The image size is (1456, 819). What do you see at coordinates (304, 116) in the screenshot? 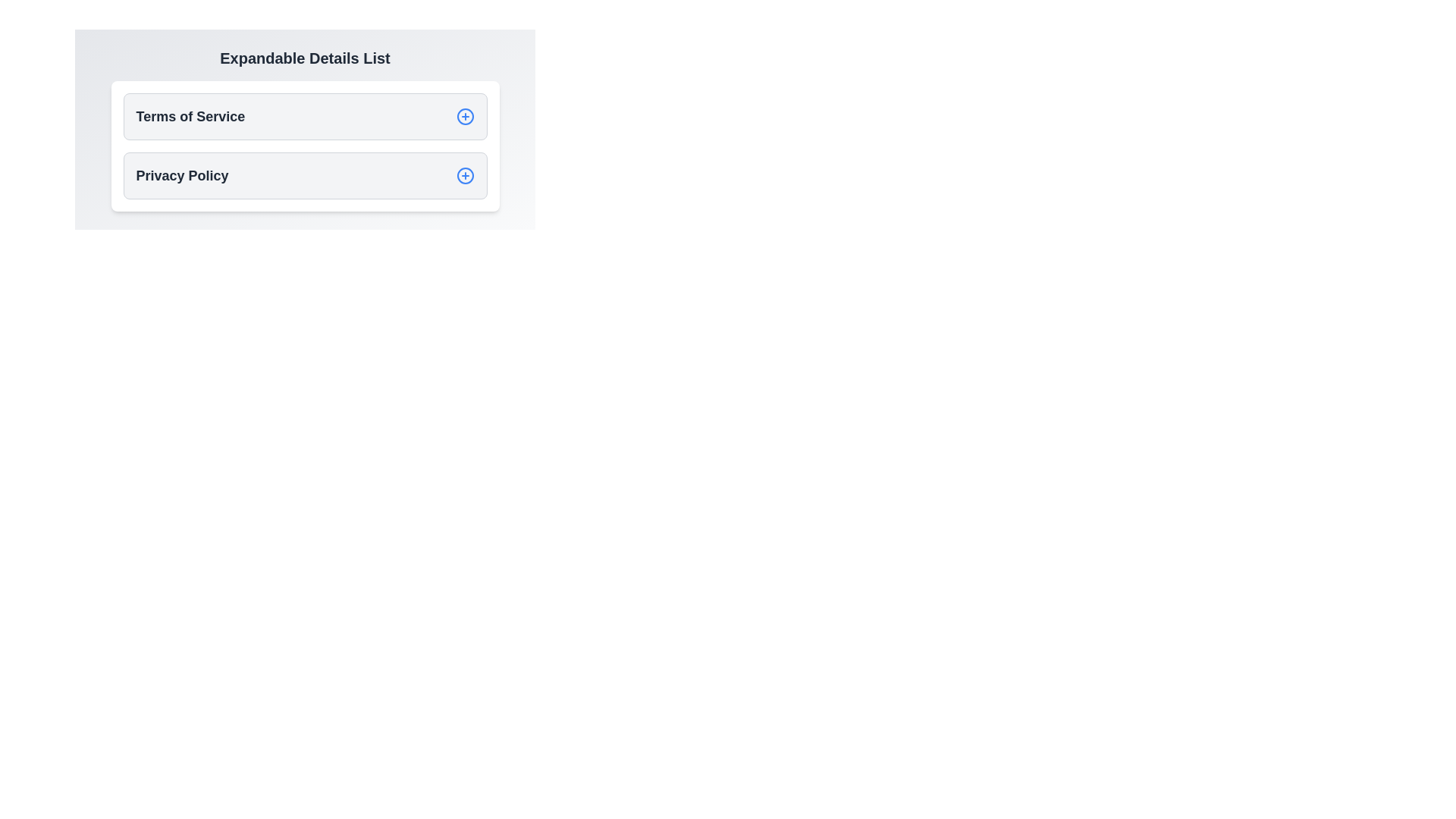
I see `the first entry in the expandable list item for 'Terms of Service'` at bounding box center [304, 116].